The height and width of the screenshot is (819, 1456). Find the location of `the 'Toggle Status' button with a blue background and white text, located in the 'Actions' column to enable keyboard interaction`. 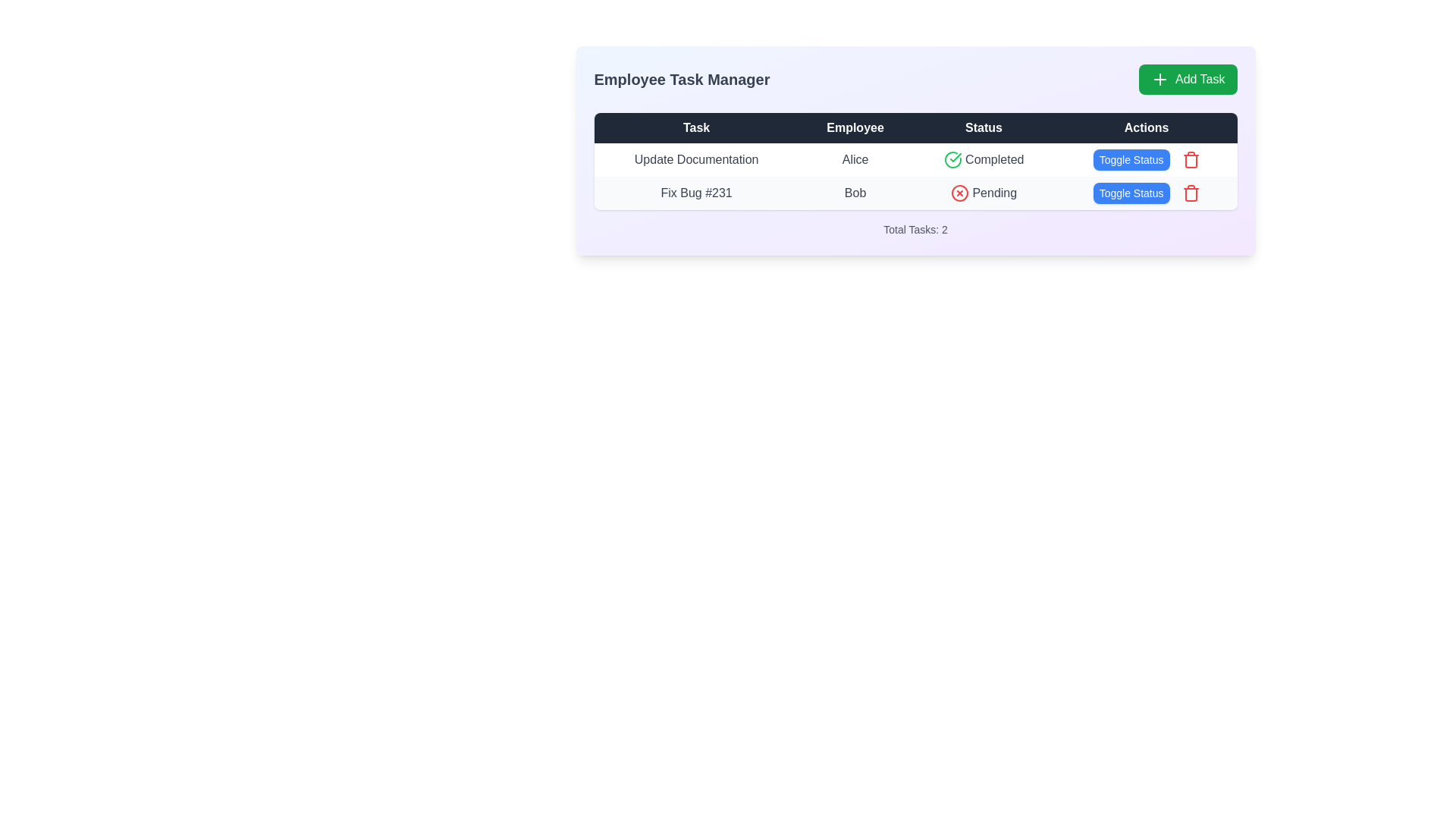

the 'Toggle Status' button with a blue background and white text, located in the 'Actions' column to enable keyboard interaction is located at coordinates (1131, 160).